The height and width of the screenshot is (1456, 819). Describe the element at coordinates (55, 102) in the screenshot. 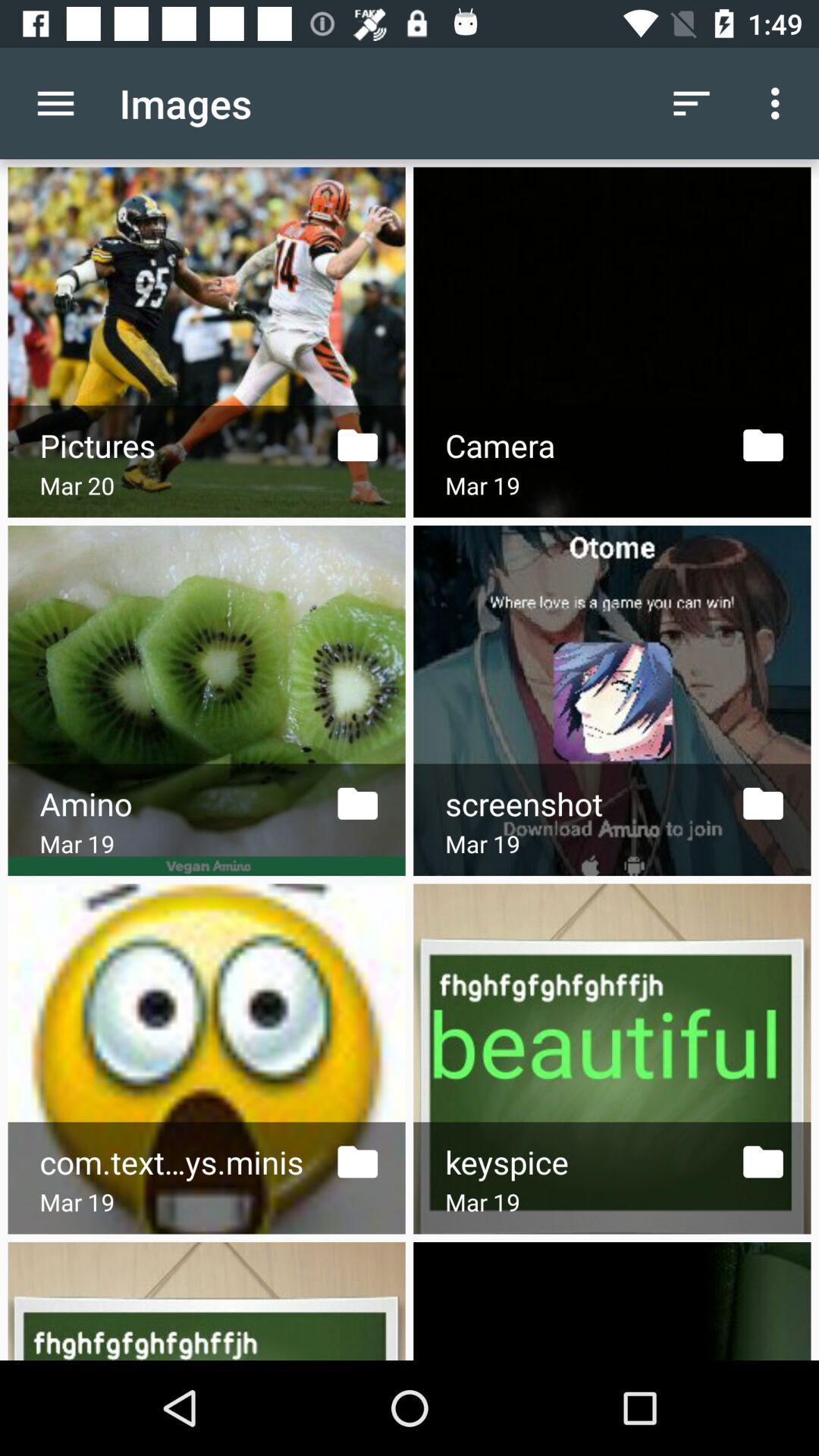

I see `icon to the left of the images icon` at that location.